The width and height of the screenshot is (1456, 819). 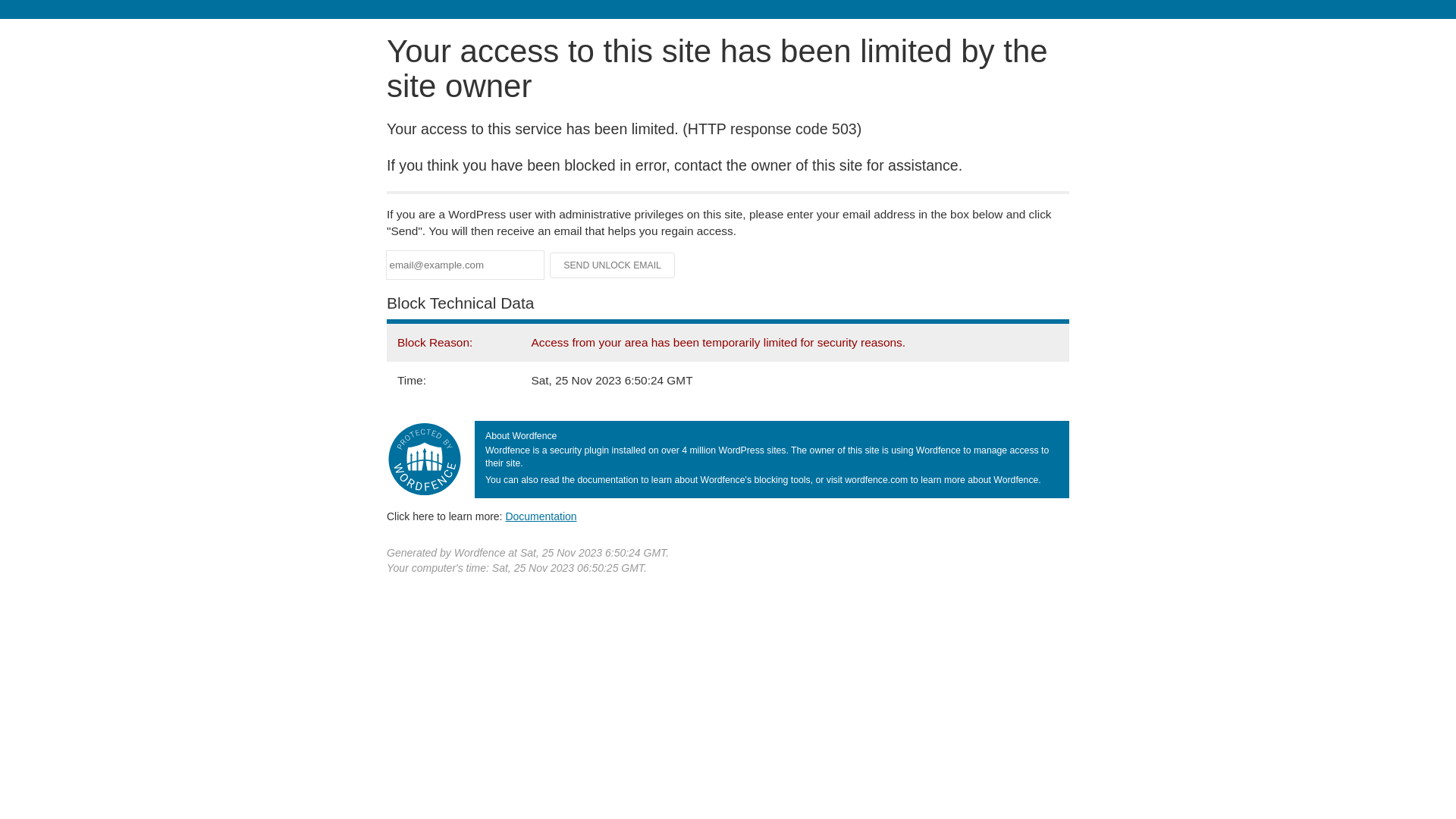 What do you see at coordinates (505, 516) in the screenshot?
I see `'Documentation'` at bounding box center [505, 516].